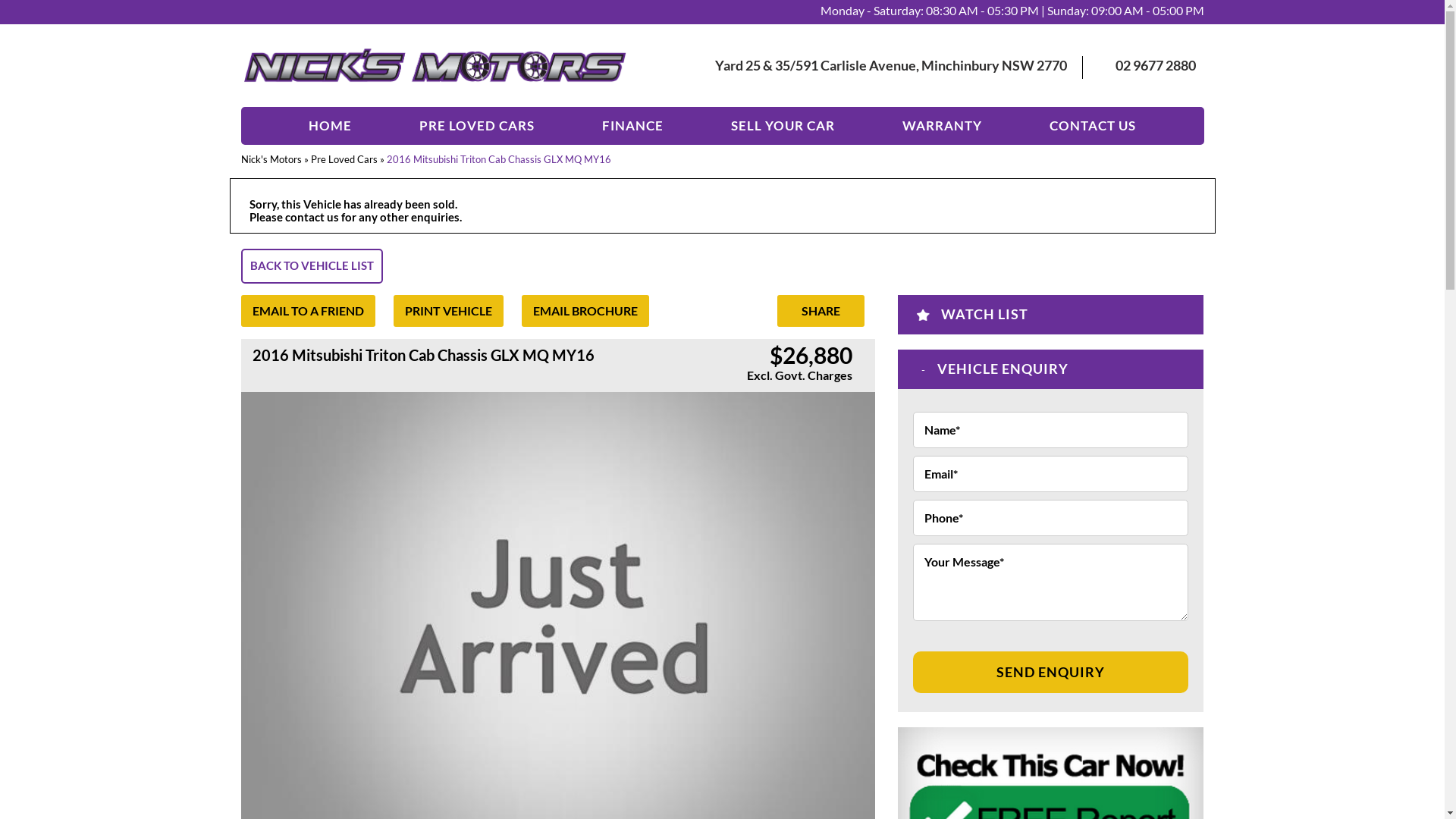 This screenshot has height=819, width=1456. I want to click on 'Yard 25 & 35/591 Carlisle Avenue, Minchinbury NSW 2770', so click(891, 64).